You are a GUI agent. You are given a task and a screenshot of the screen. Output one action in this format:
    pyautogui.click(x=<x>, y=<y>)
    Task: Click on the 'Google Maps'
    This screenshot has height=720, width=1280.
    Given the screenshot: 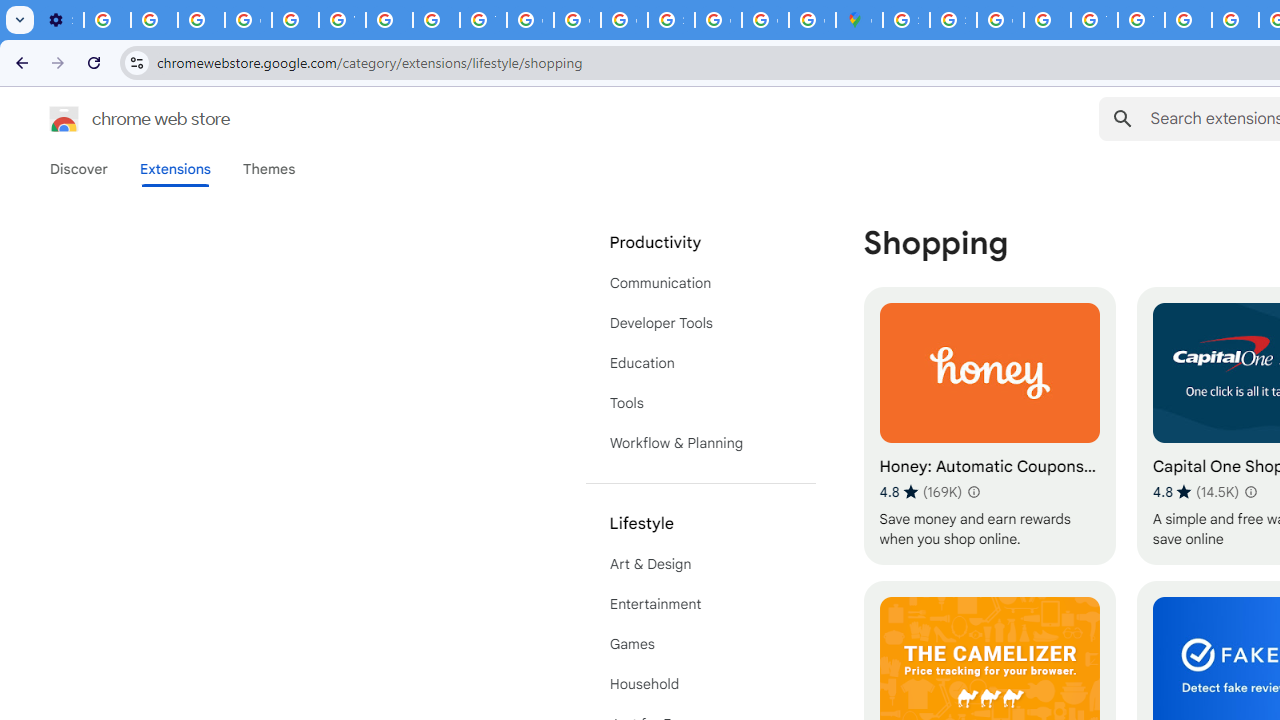 What is the action you would take?
    pyautogui.click(x=859, y=20)
    